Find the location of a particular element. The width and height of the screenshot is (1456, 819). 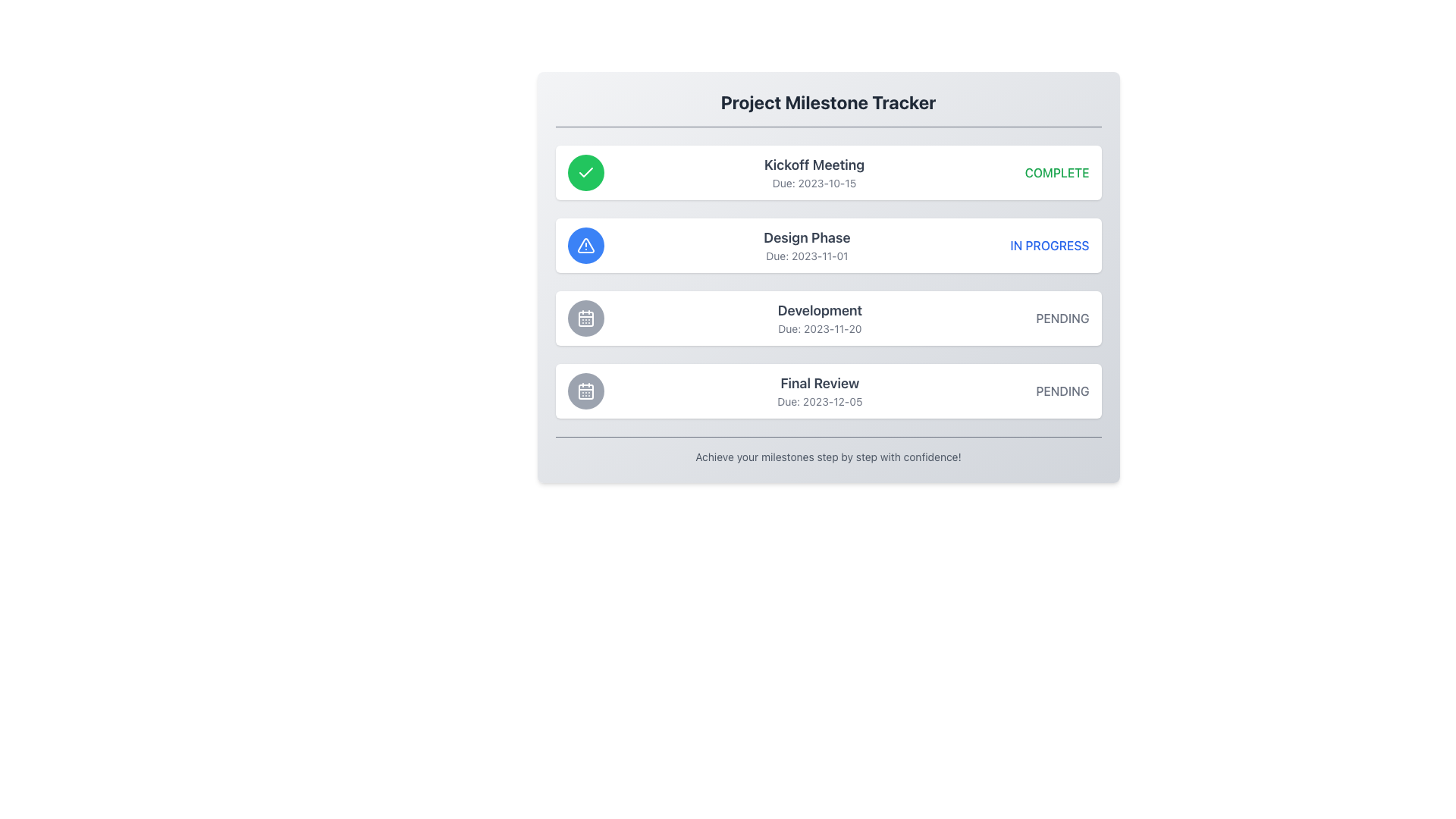

the Development milestone icon in the Project Milestone Tracker located on the left side of the third row is located at coordinates (585, 318).